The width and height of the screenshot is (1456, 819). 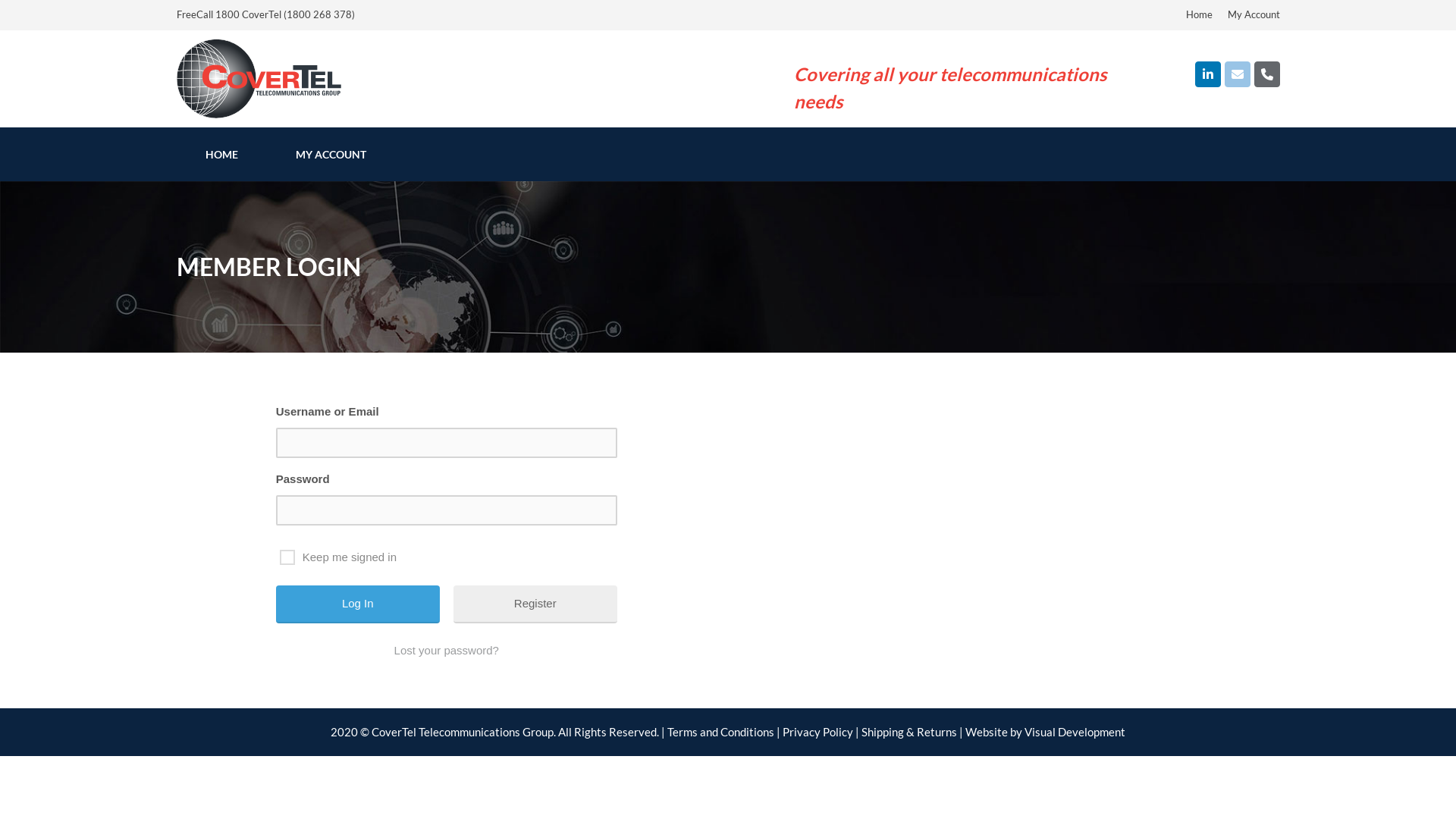 I want to click on 'Log In', so click(x=356, y=604).